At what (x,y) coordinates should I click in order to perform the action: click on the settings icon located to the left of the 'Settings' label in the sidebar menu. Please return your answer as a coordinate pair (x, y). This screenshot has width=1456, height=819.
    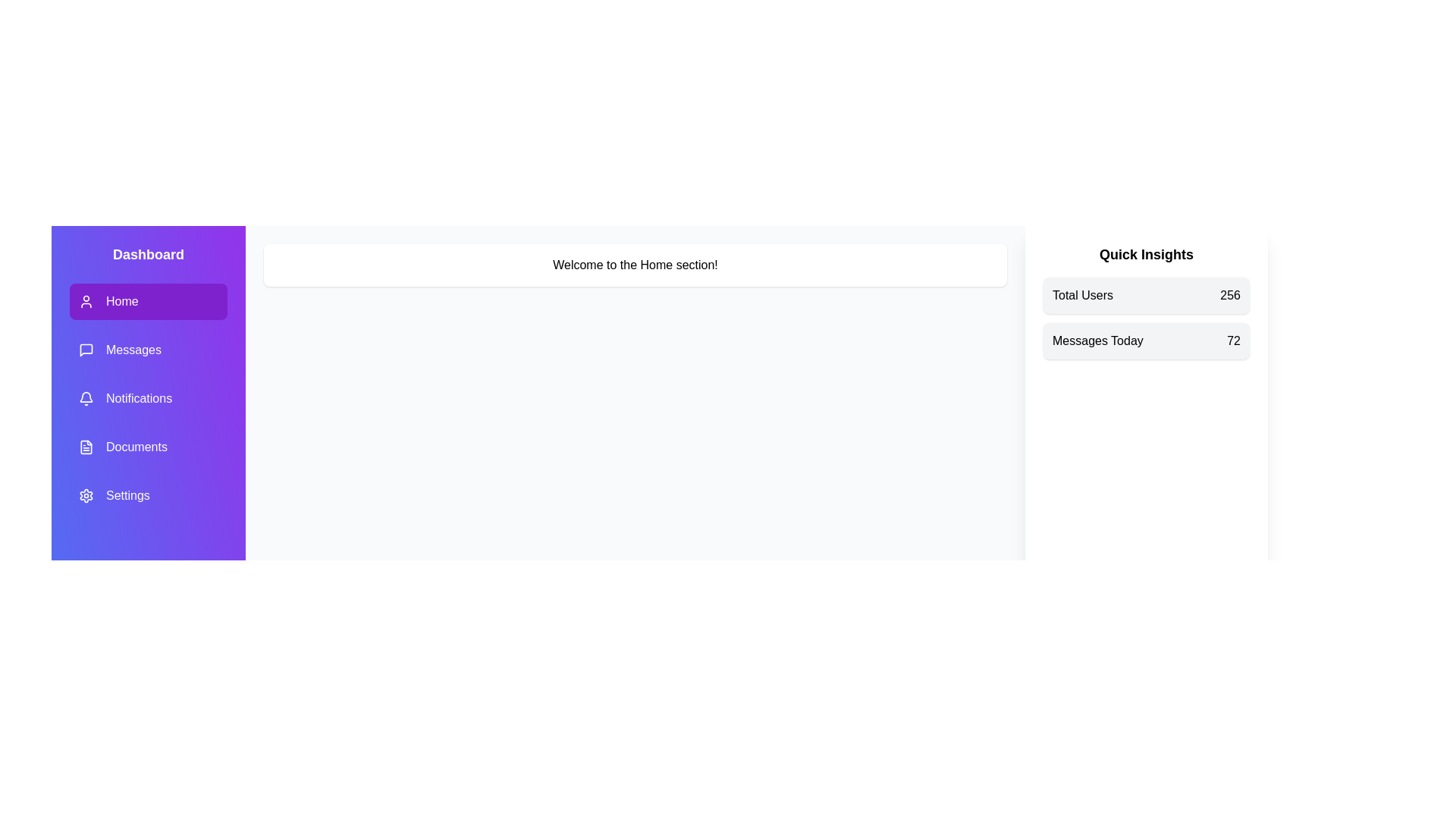
    Looking at the image, I should click on (86, 496).